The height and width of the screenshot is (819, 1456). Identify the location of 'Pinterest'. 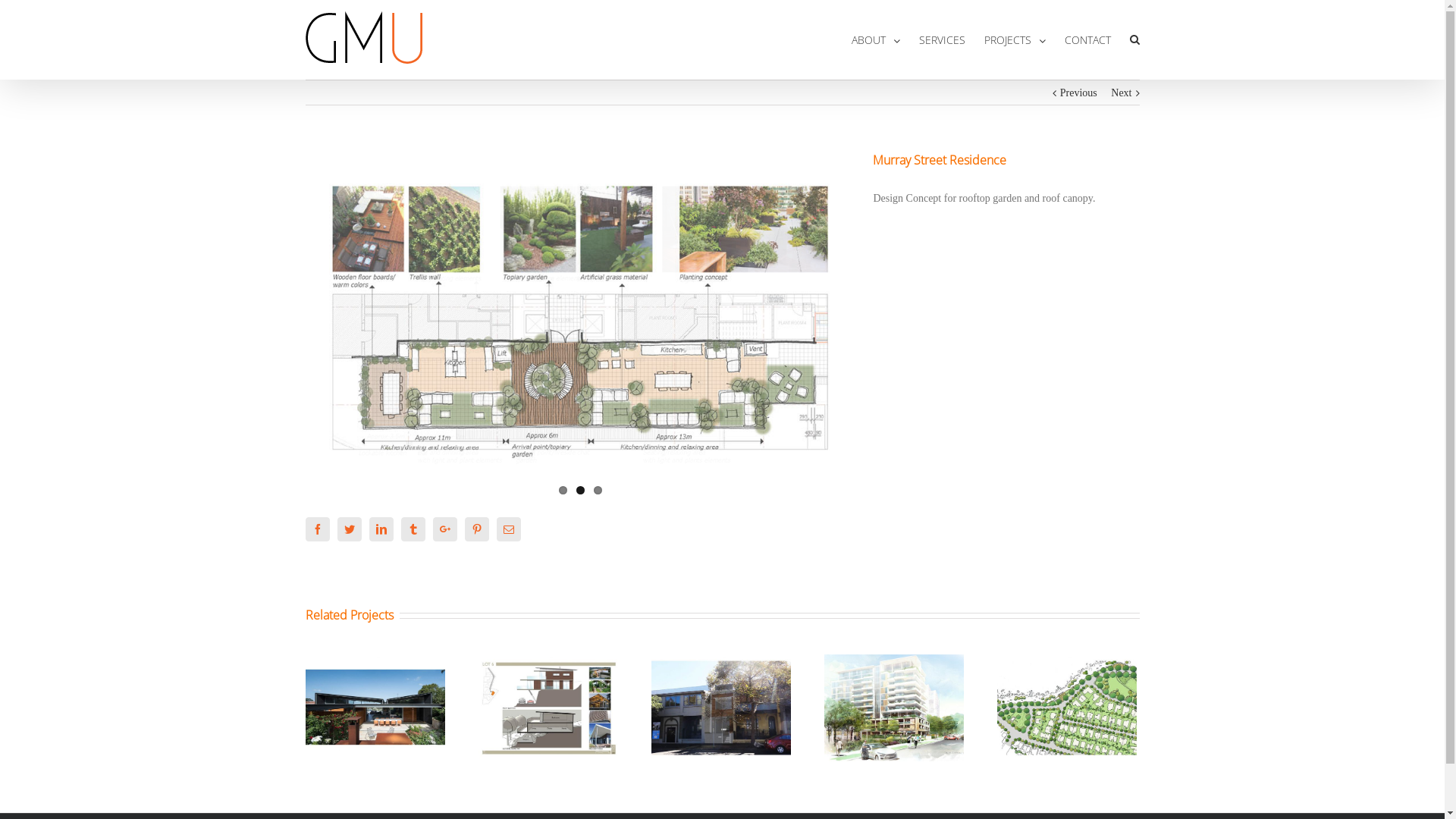
(463, 529).